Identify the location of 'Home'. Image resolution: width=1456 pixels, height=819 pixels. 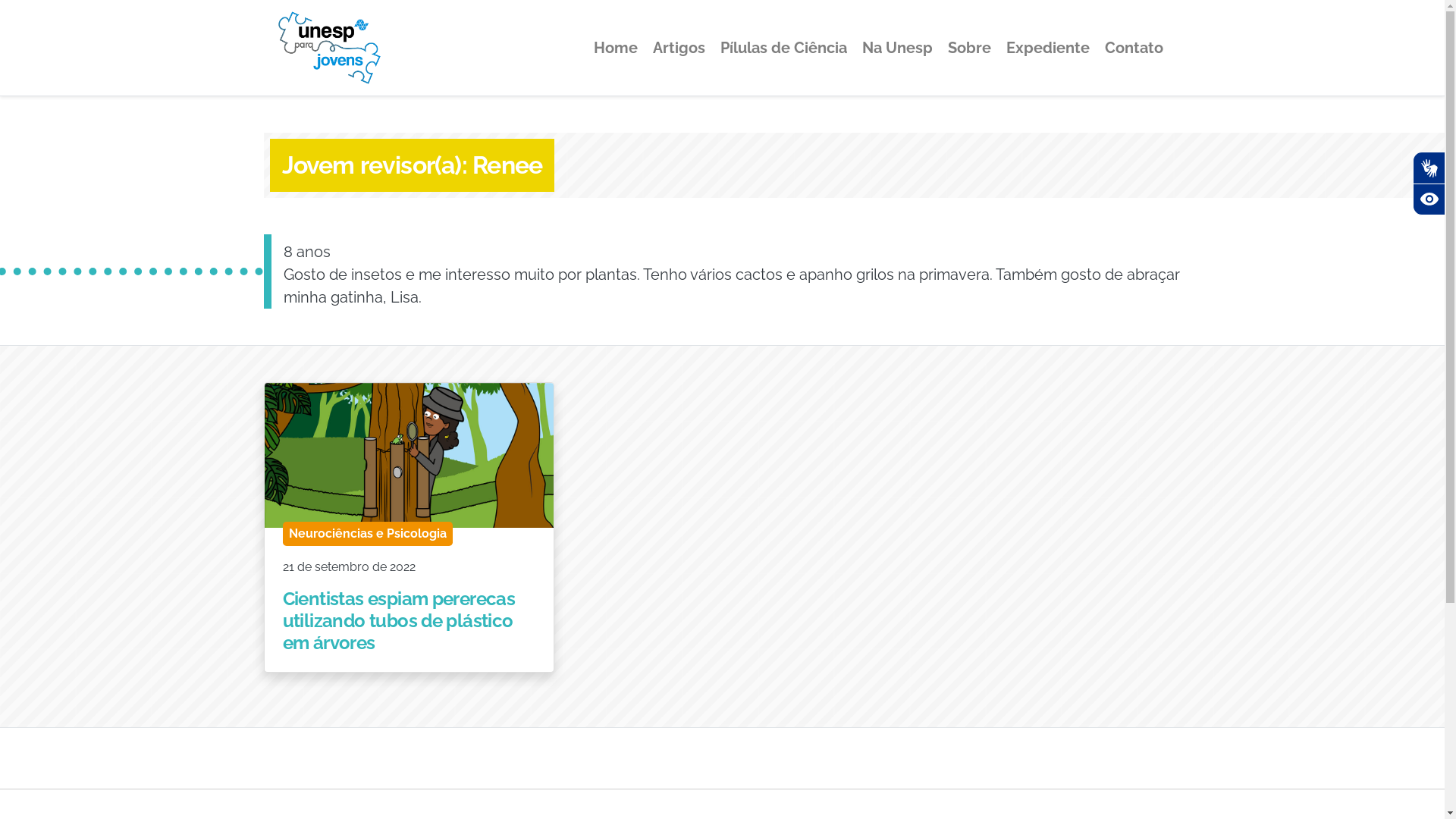
(585, 46).